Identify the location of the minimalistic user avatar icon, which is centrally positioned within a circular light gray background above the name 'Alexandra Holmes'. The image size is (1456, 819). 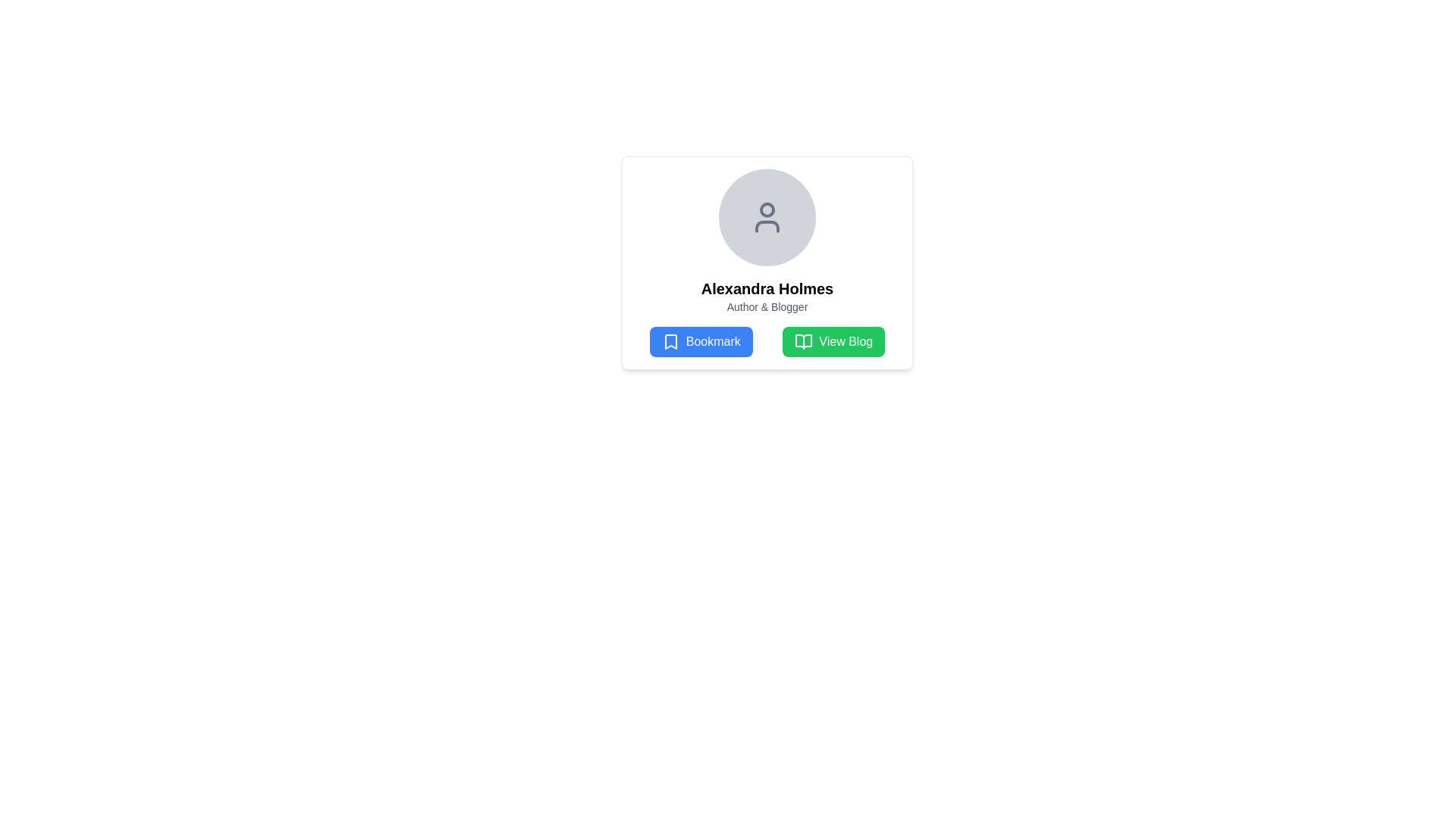
(767, 217).